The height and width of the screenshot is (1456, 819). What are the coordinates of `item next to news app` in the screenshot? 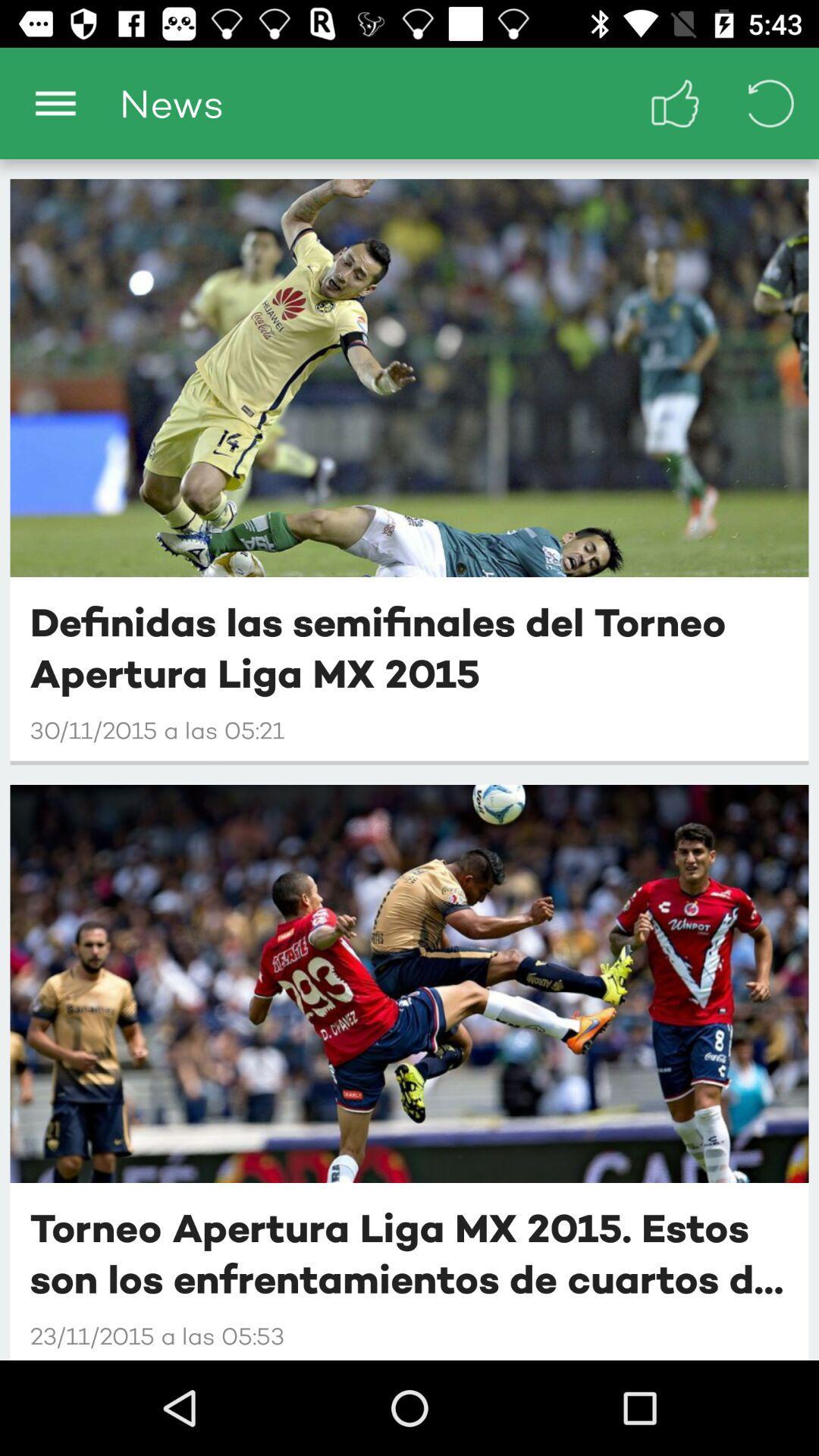 It's located at (675, 102).